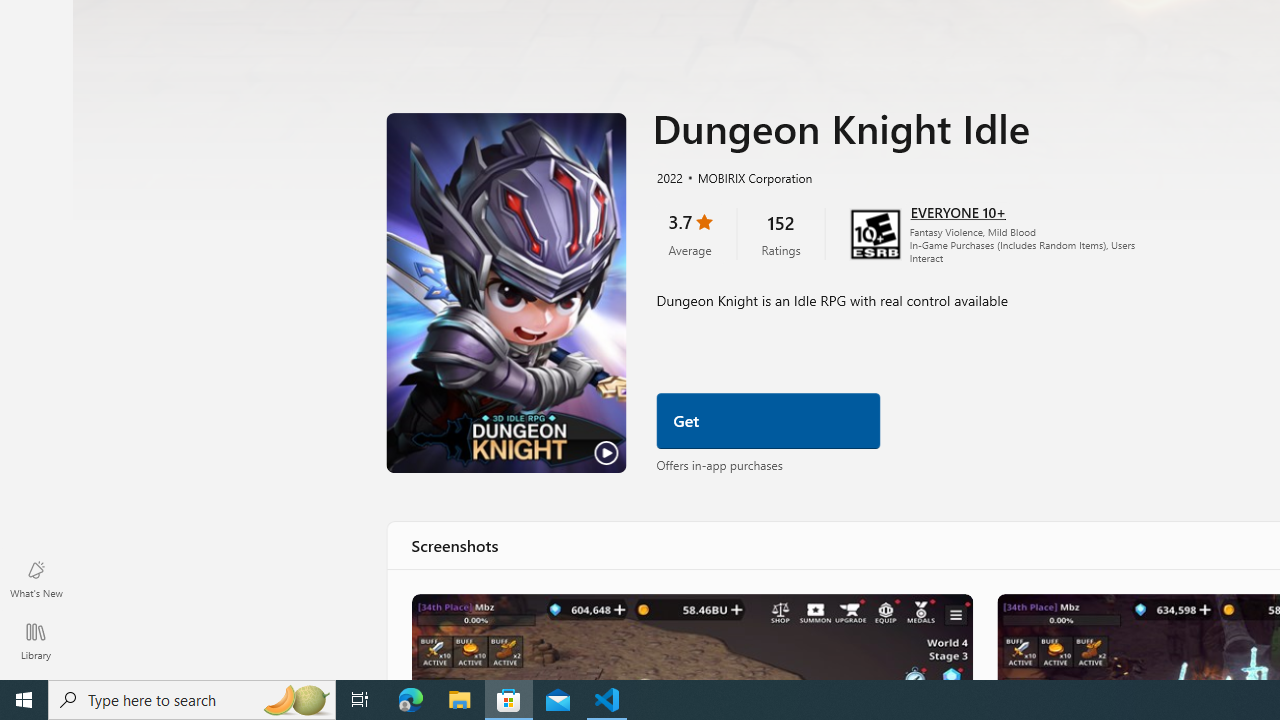 The image size is (1280, 720). What do you see at coordinates (745, 176) in the screenshot?
I see `'MOBIRIX Corporation'` at bounding box center [745, 176].